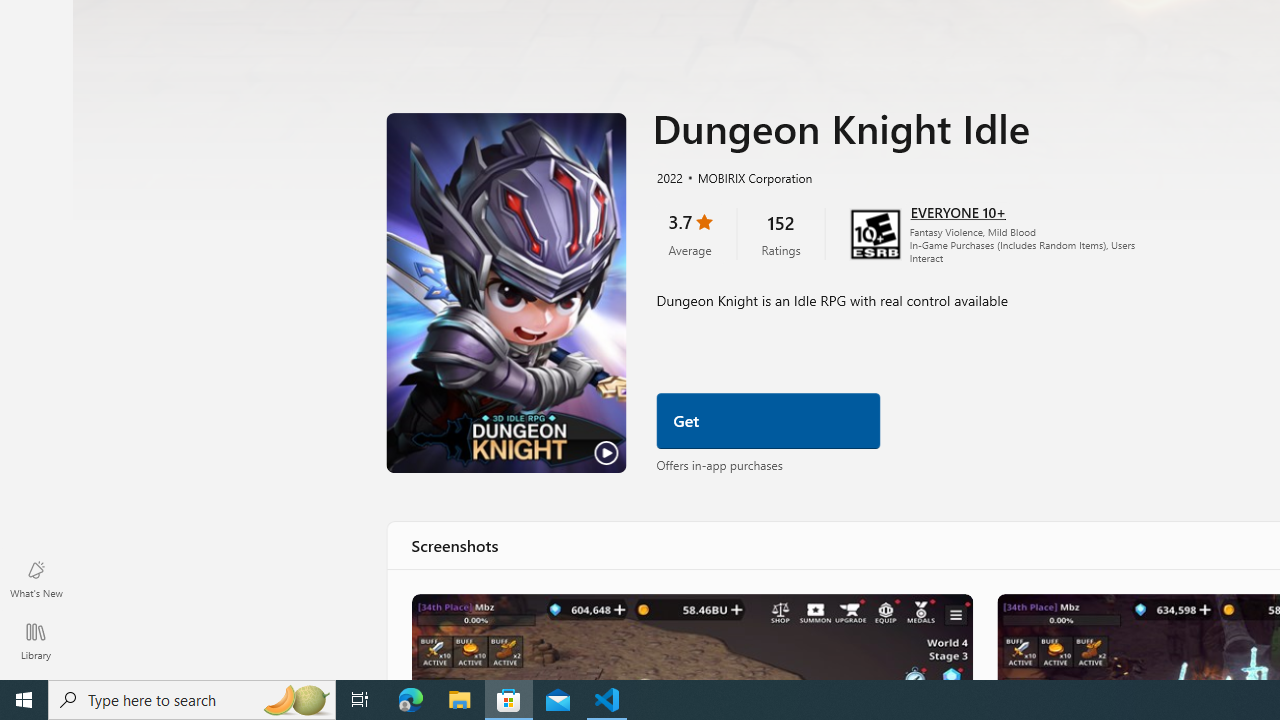 The image size is (1280, 720). What do you see at coordinates (745, 176) in the screenshot?
I see `'MOBIRIX Corporation'` at bounding box center [745, 176].